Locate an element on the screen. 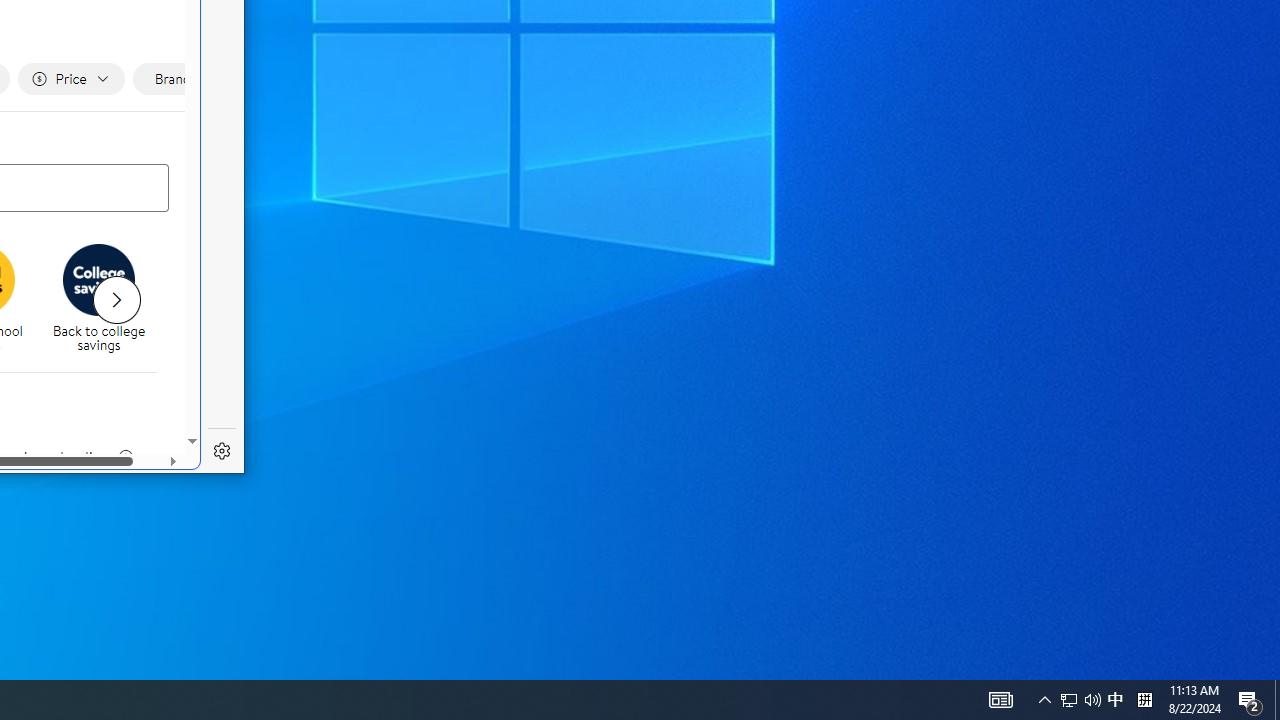 The width and height of the screenshot is (1280, 720). 'Filter by Brand not applied, activate to change' is located at coordinates (180, 78).